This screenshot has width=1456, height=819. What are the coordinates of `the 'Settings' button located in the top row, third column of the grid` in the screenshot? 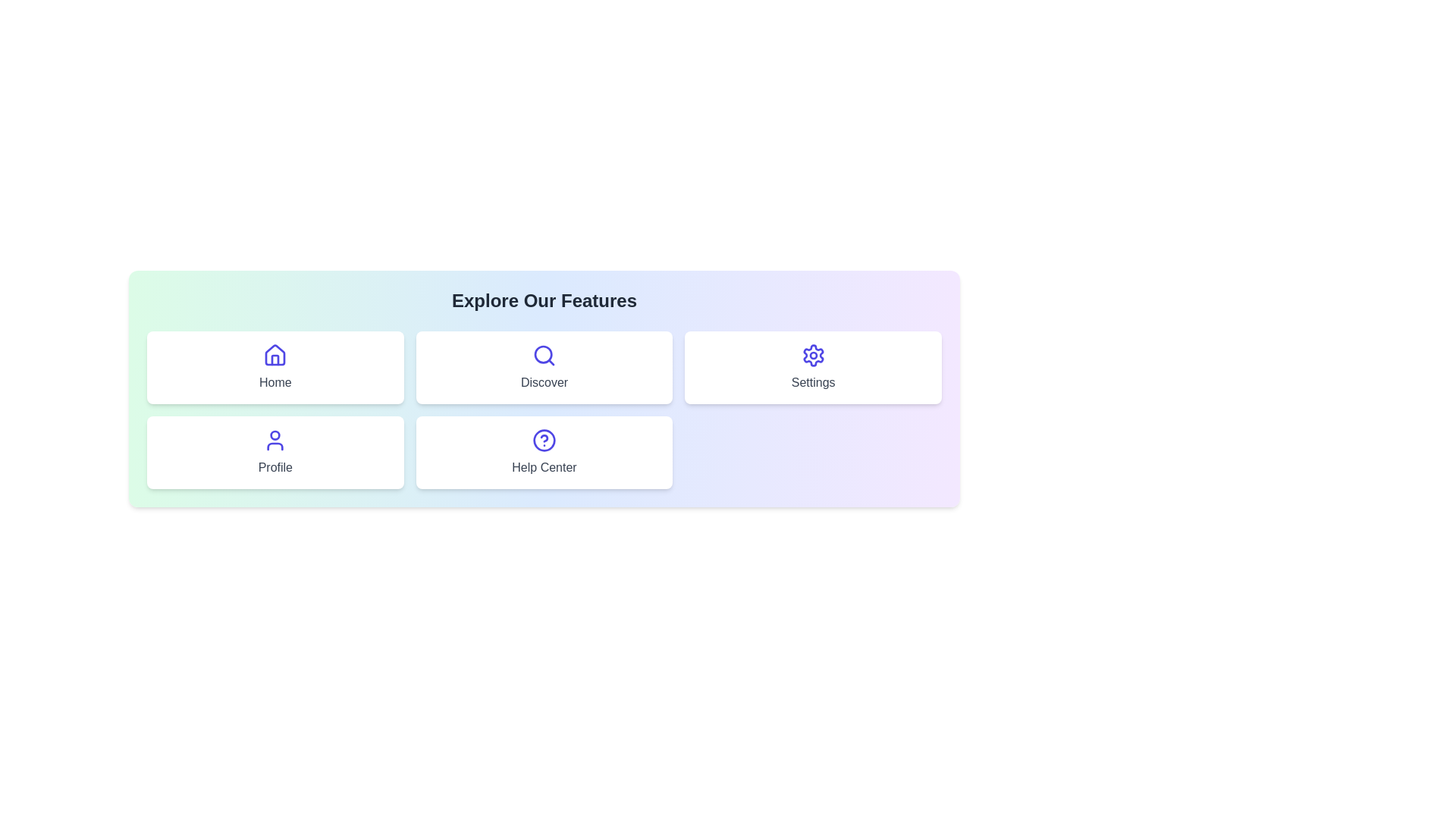 It's located at (812, 368).